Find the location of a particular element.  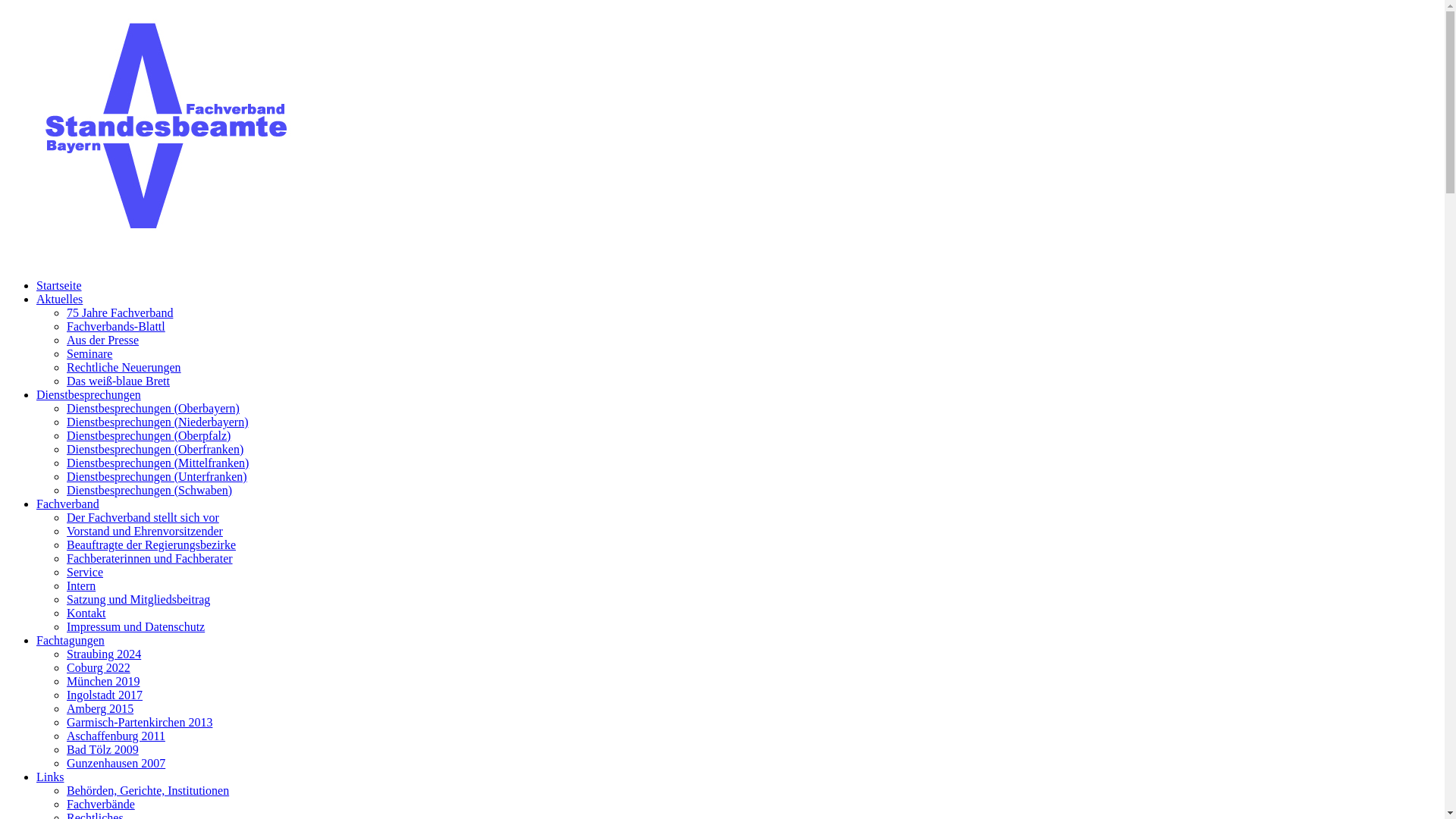

'Aktuelles' is located at coordinates (36, 299).